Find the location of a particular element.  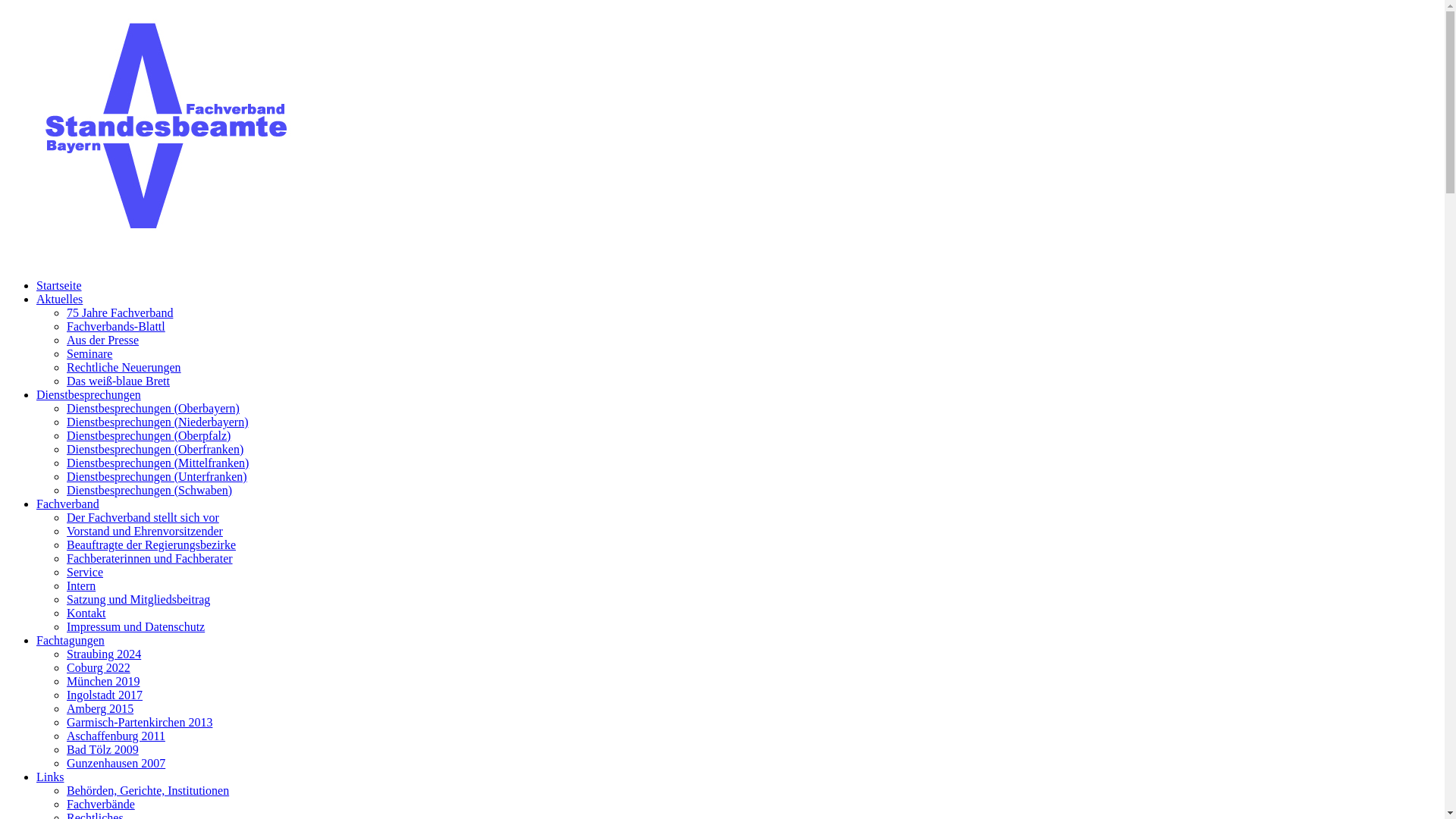

'Aktuelles' is located at coordinates (36, 299).